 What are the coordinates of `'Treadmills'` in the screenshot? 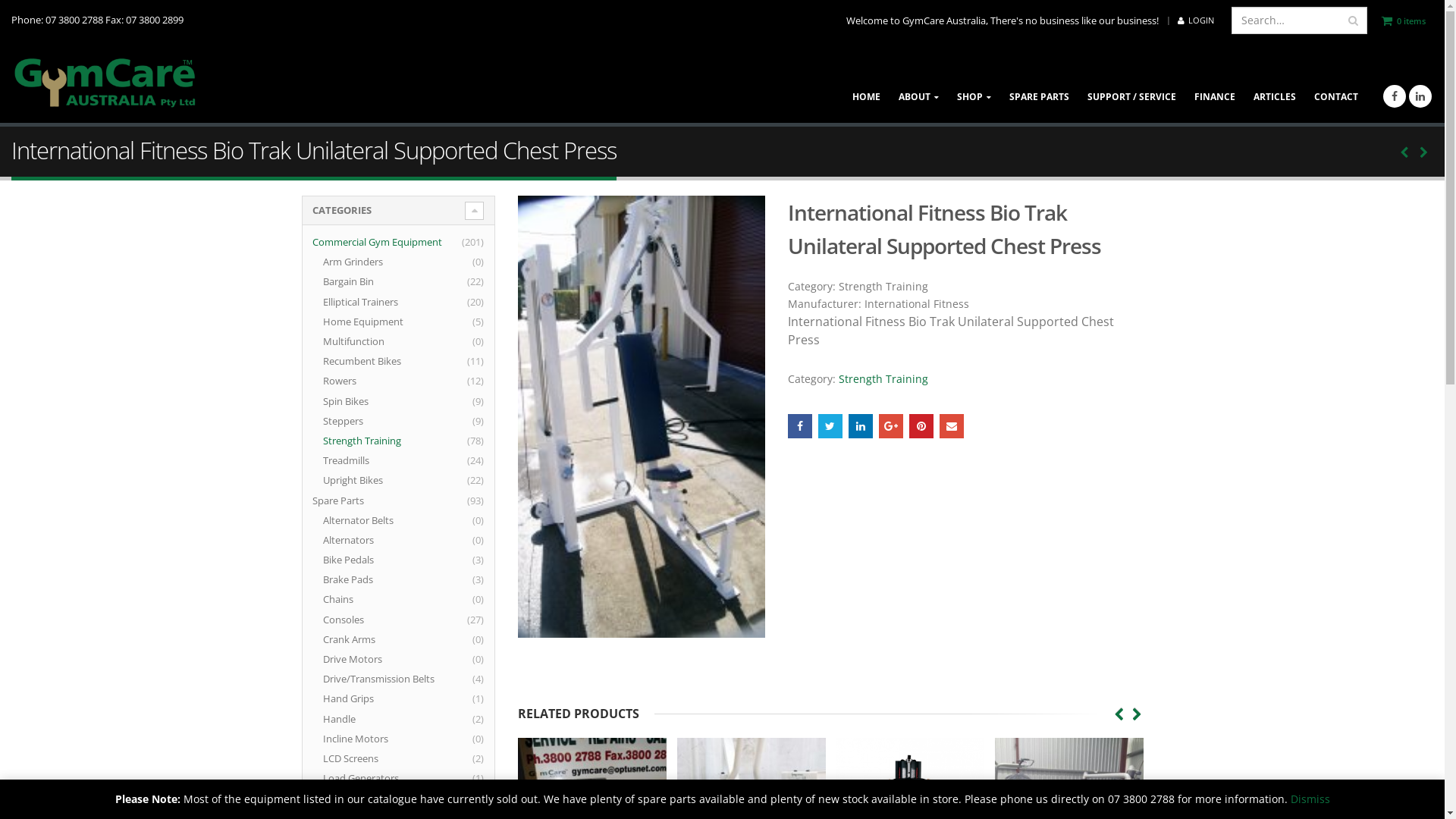 It's located at (322, 459).